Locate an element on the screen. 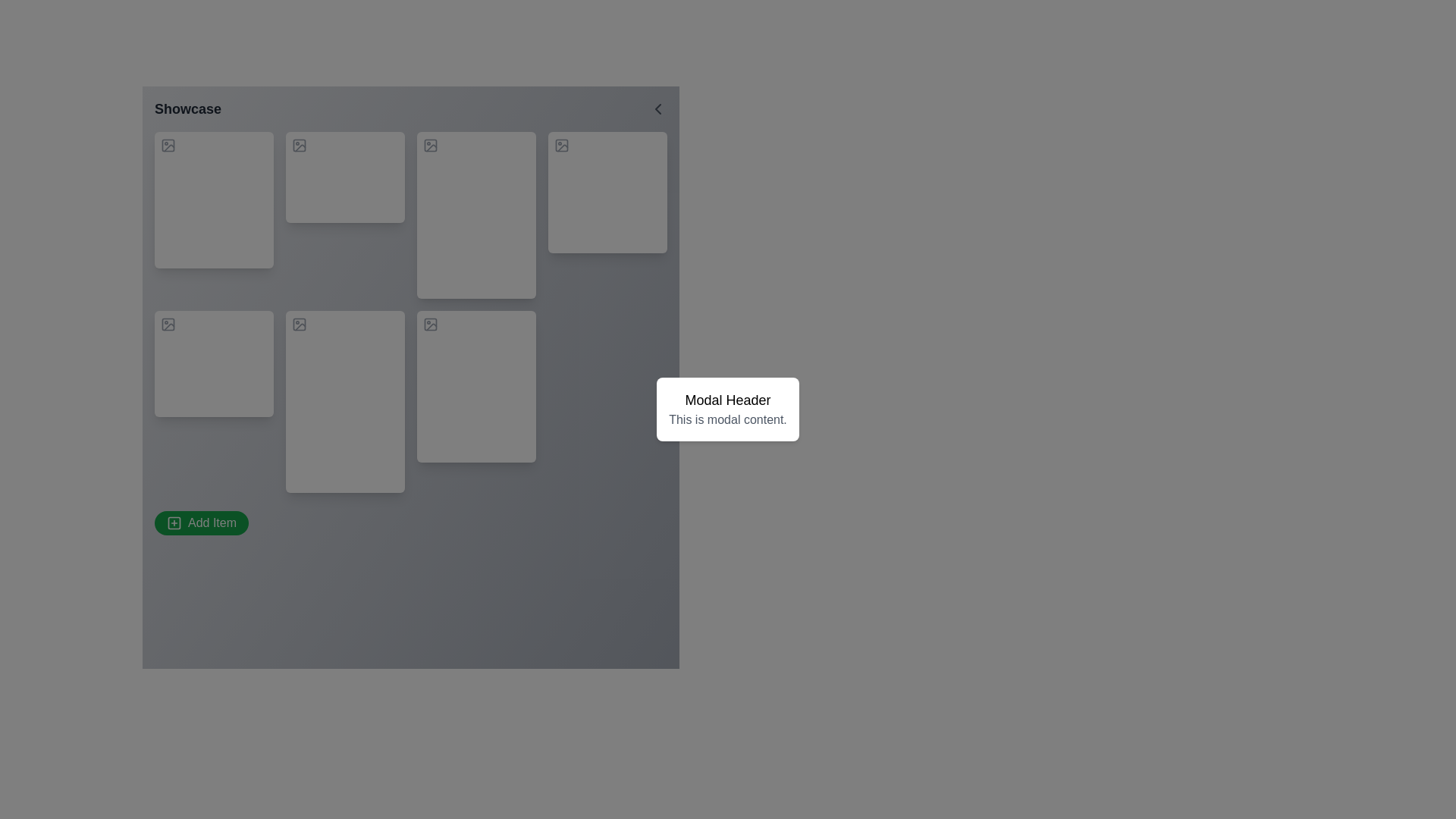  the SVG icon resembling an image placeholder, which has a light gray color and is located in the top-left corner of the card in the second row, left column of the 'Showcase' section is located at coordinates (299, 324).